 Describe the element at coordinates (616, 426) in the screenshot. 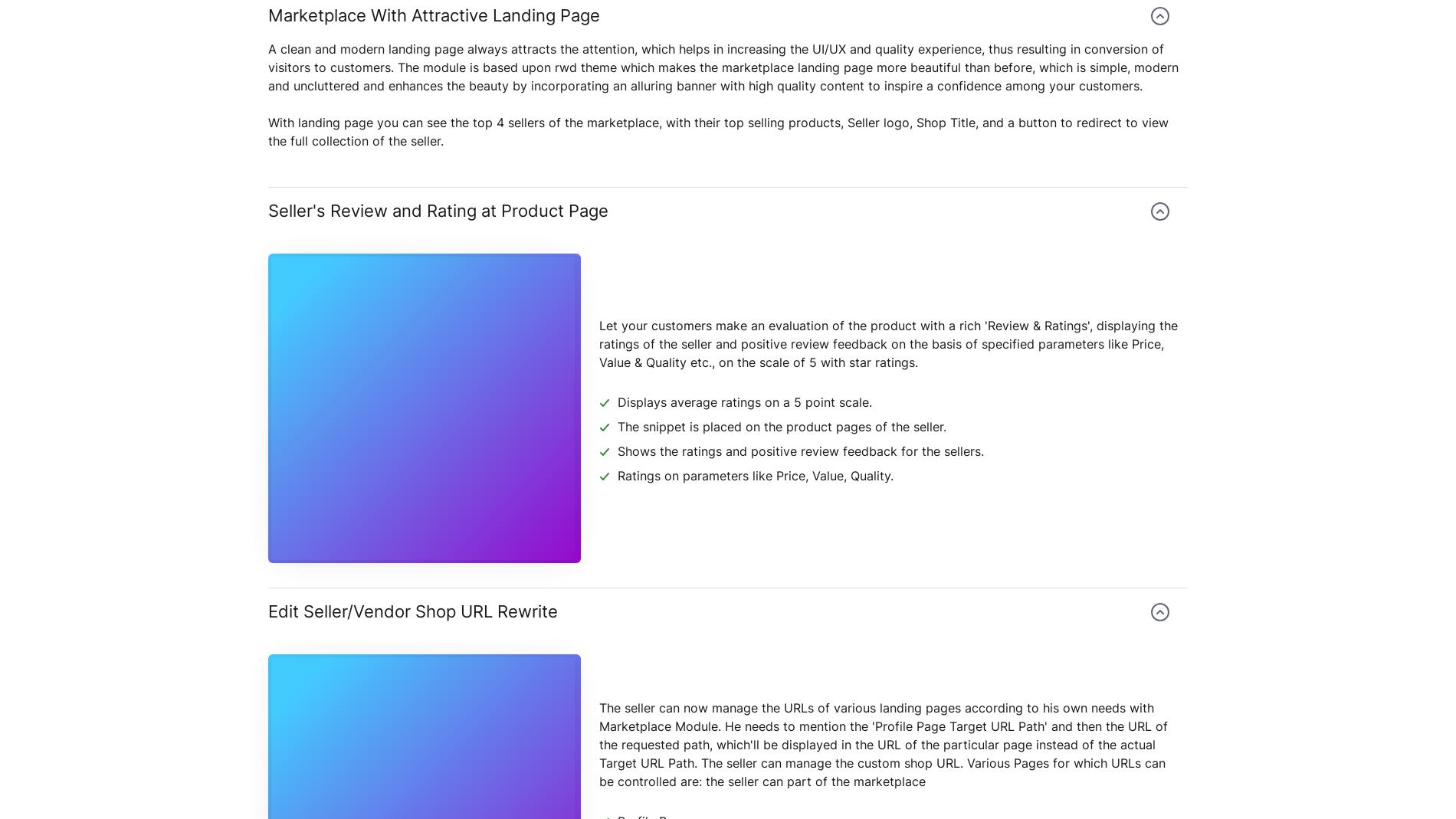

I see `'The snippet is placed on the product pages of the seller.'` at that location.